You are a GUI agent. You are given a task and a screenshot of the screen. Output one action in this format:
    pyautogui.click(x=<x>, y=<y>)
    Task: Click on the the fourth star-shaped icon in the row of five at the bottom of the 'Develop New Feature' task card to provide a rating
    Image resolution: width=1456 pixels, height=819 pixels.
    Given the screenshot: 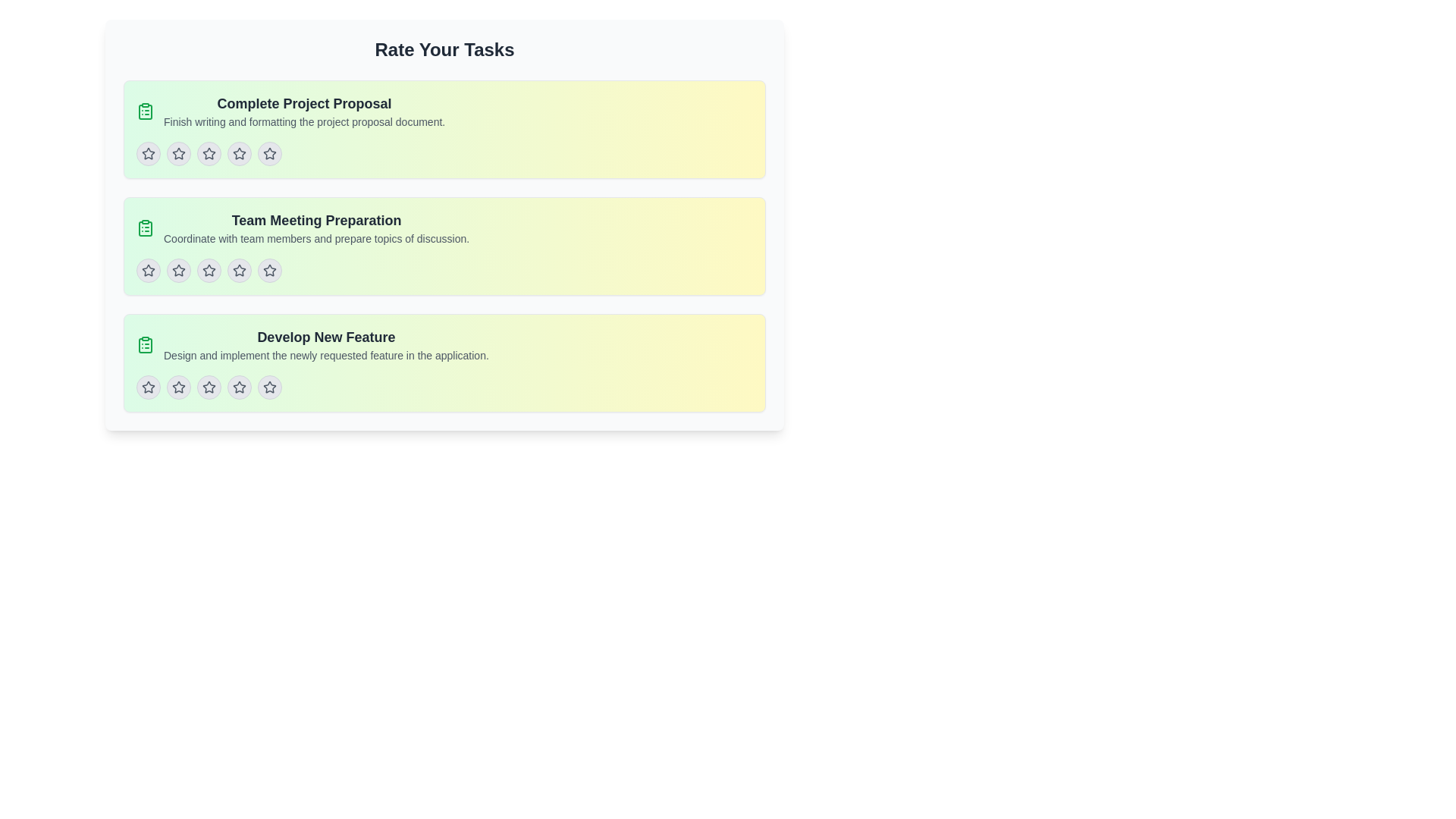 What is the action you would take?
    pyautogui.click(x=208, y=386)
    